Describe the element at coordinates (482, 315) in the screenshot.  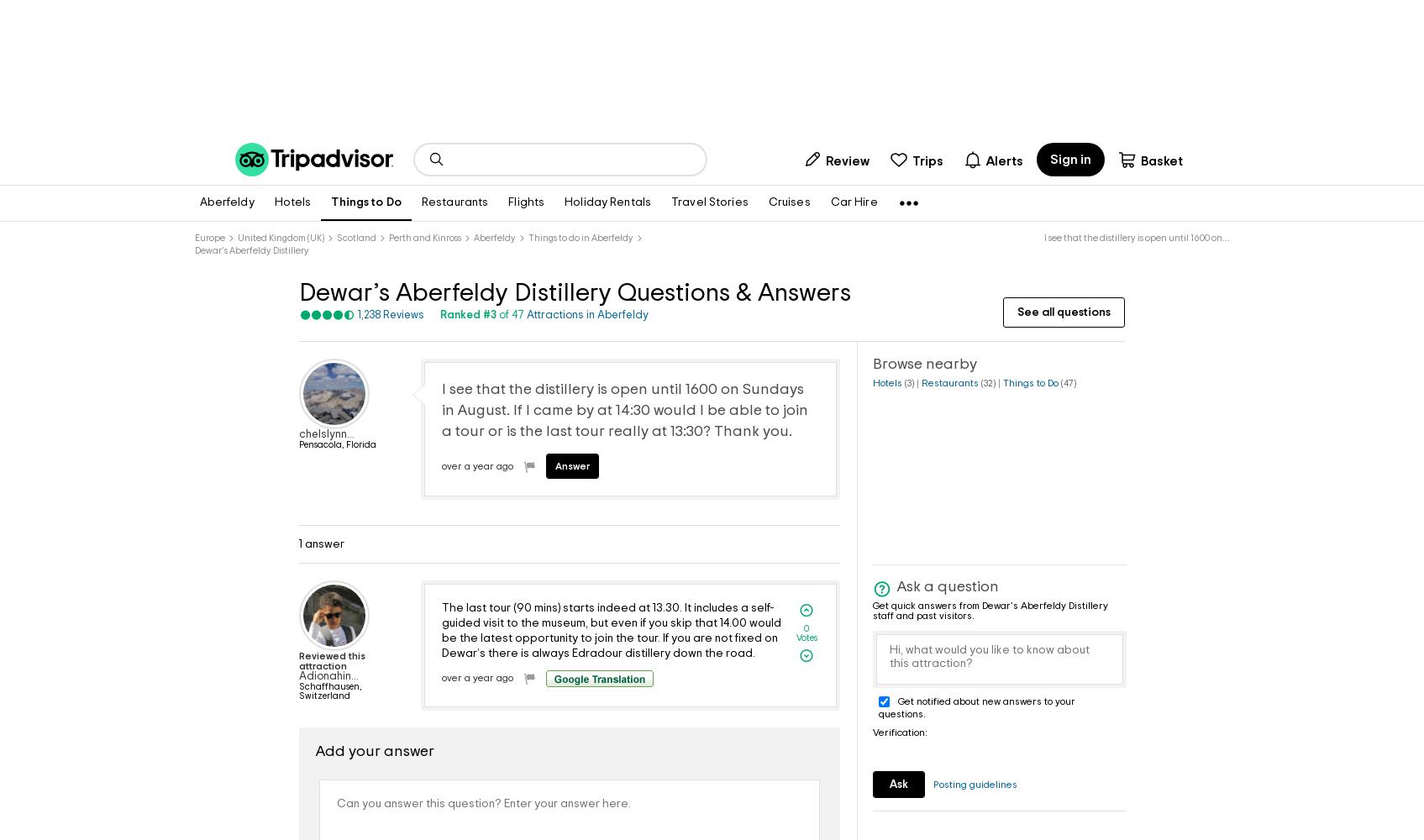
I see `'#3'` at that location.